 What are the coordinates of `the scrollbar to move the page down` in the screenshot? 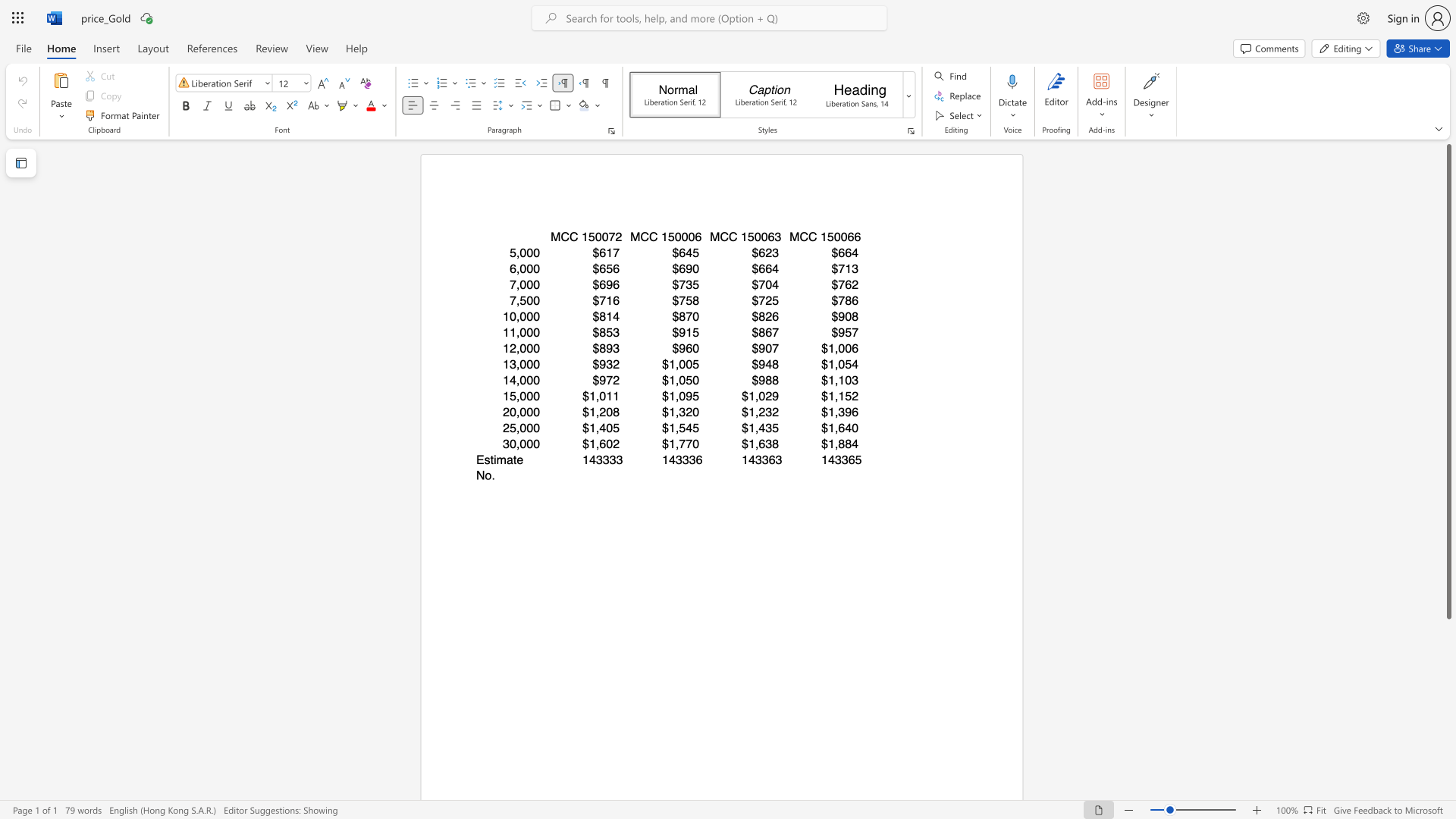 It's located at (1448, 795).